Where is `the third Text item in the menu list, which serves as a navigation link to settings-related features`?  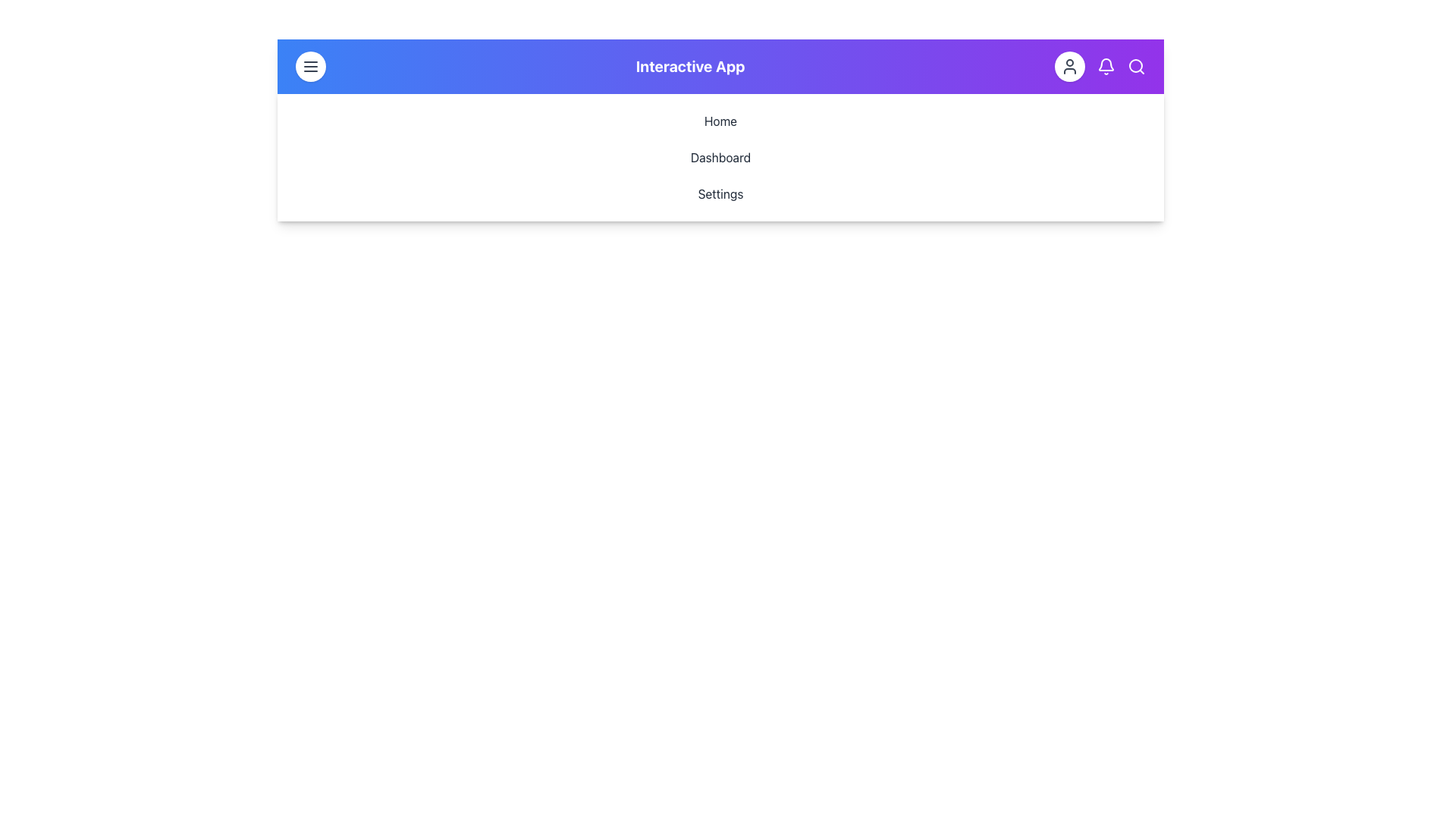 the third Text item in the menu list, which serves as a navigation link to settings-related features is located at coordinates (720, 193).